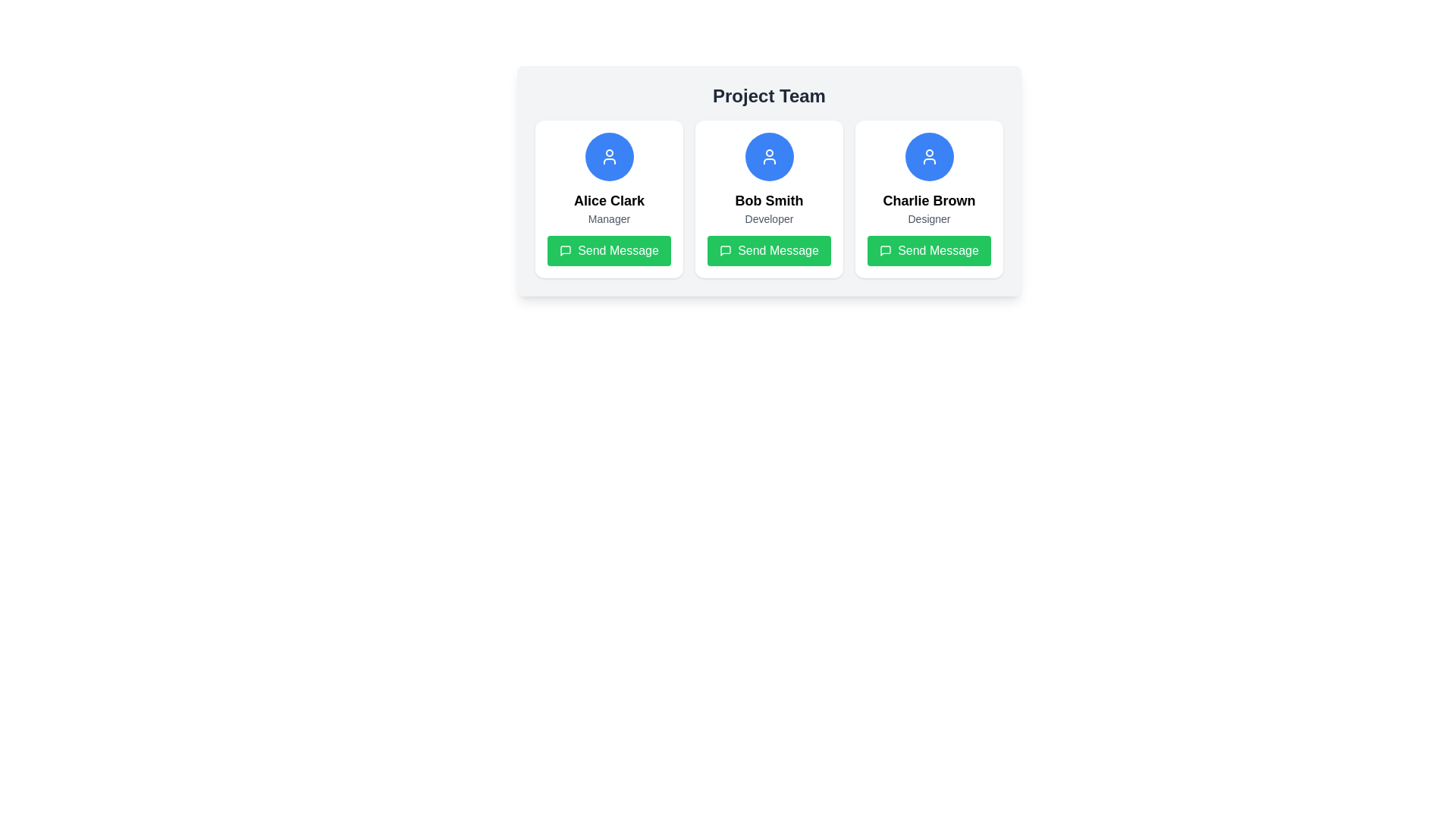 This screenshot has width=1456, height=819. What do you see at coordinates (609, 208) in the screenshot?
I see `the text label displaying 'Alice Clark' and 'Manager' to initiate additional interactions` at bounding box center [609, 208].